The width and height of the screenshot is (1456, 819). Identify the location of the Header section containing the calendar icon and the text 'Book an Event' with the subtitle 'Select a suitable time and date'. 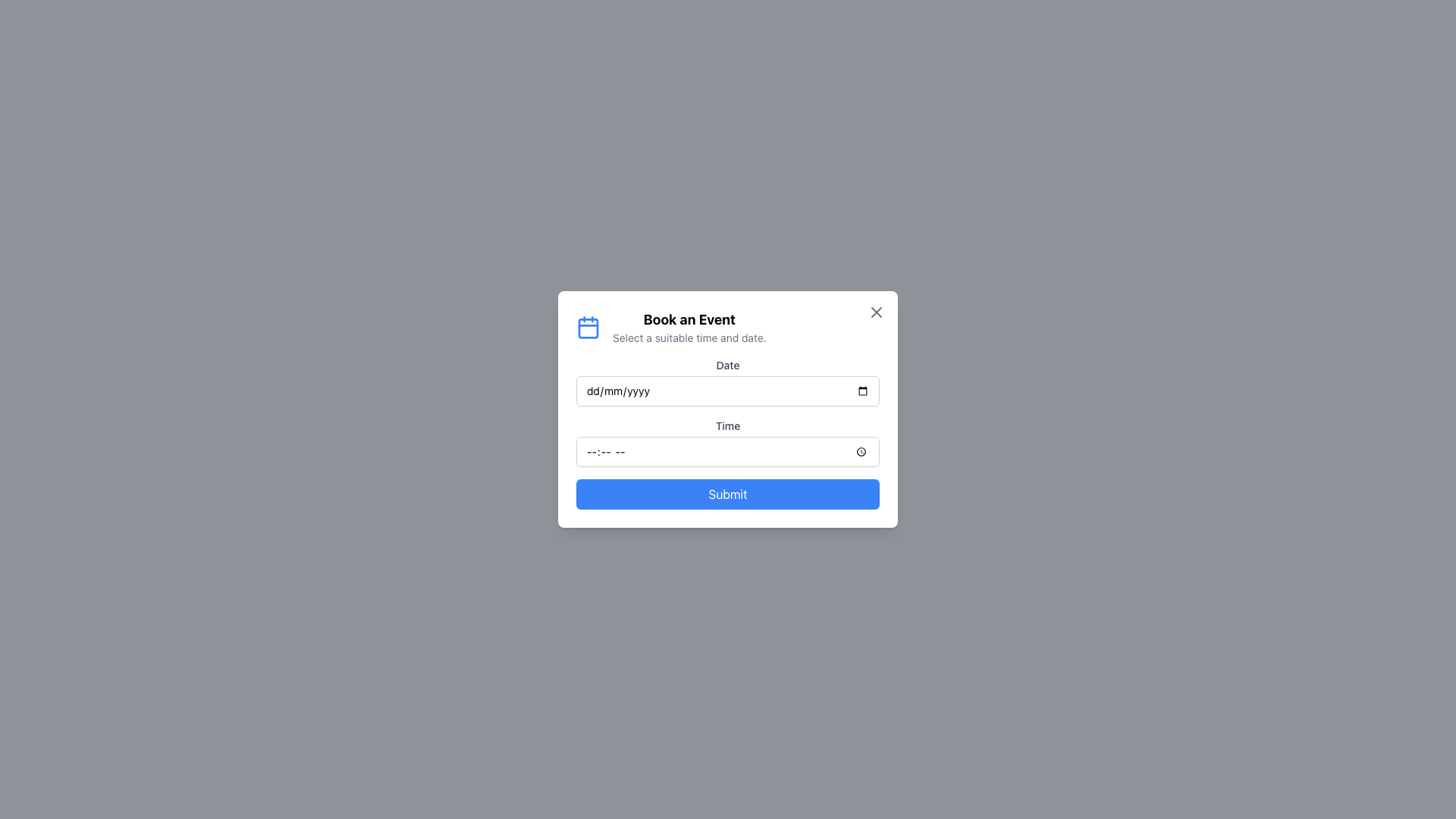
(728, 327).